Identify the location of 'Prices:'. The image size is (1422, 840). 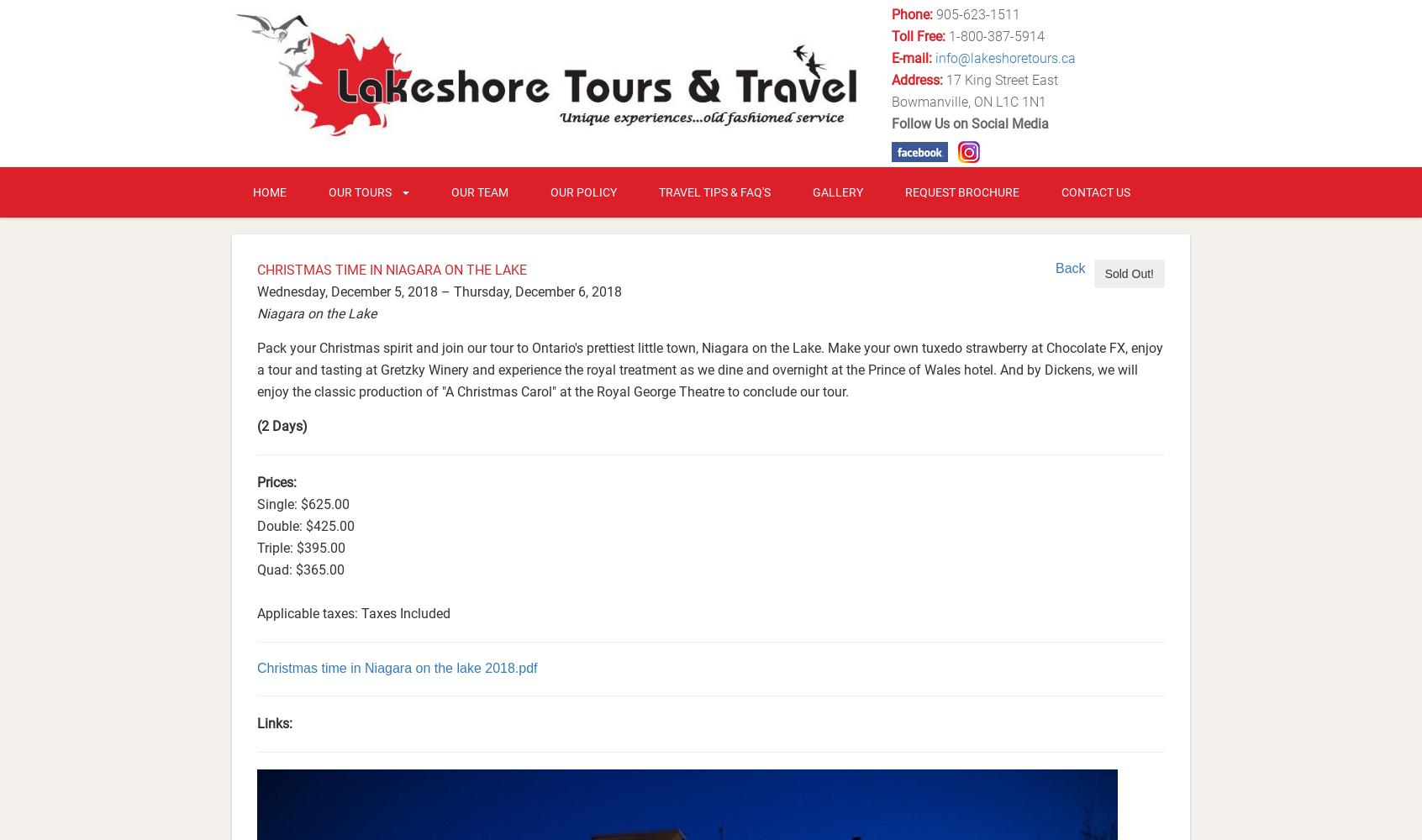
(276, 480).